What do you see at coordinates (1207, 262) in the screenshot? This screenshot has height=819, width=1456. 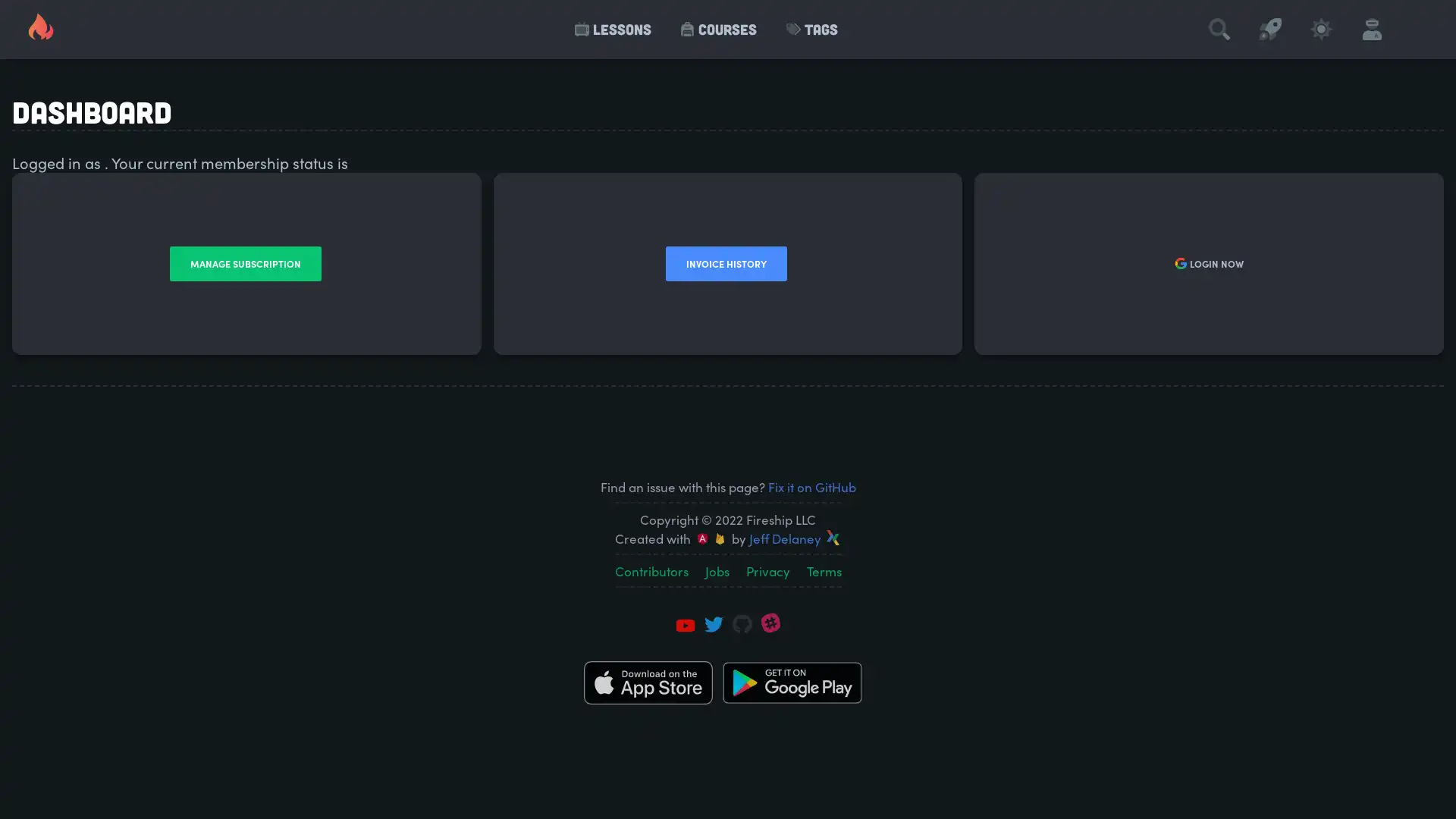 I see `LOGIN NOW` at bounding box center [1207, 262].